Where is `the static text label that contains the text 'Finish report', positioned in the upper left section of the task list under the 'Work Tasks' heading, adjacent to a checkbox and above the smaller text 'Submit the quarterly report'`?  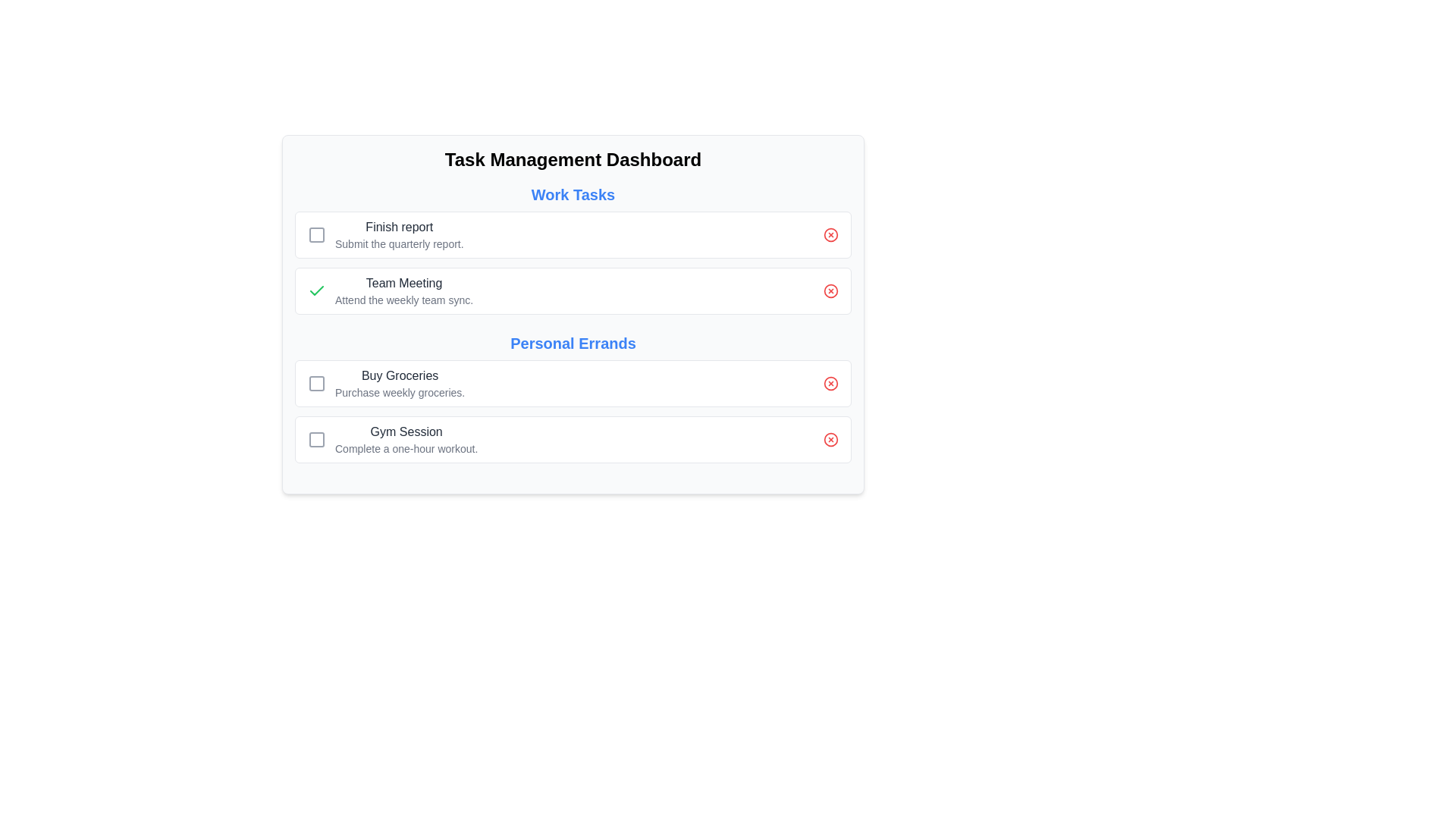
the static text label that contains the text 'Finish report', positioned in the upper left section of the task list under the 'Work Tasks' heading, adjacent to a checkbox and above the smaller text 'Submit the quarterly report' is located at coordinates (399, 227).